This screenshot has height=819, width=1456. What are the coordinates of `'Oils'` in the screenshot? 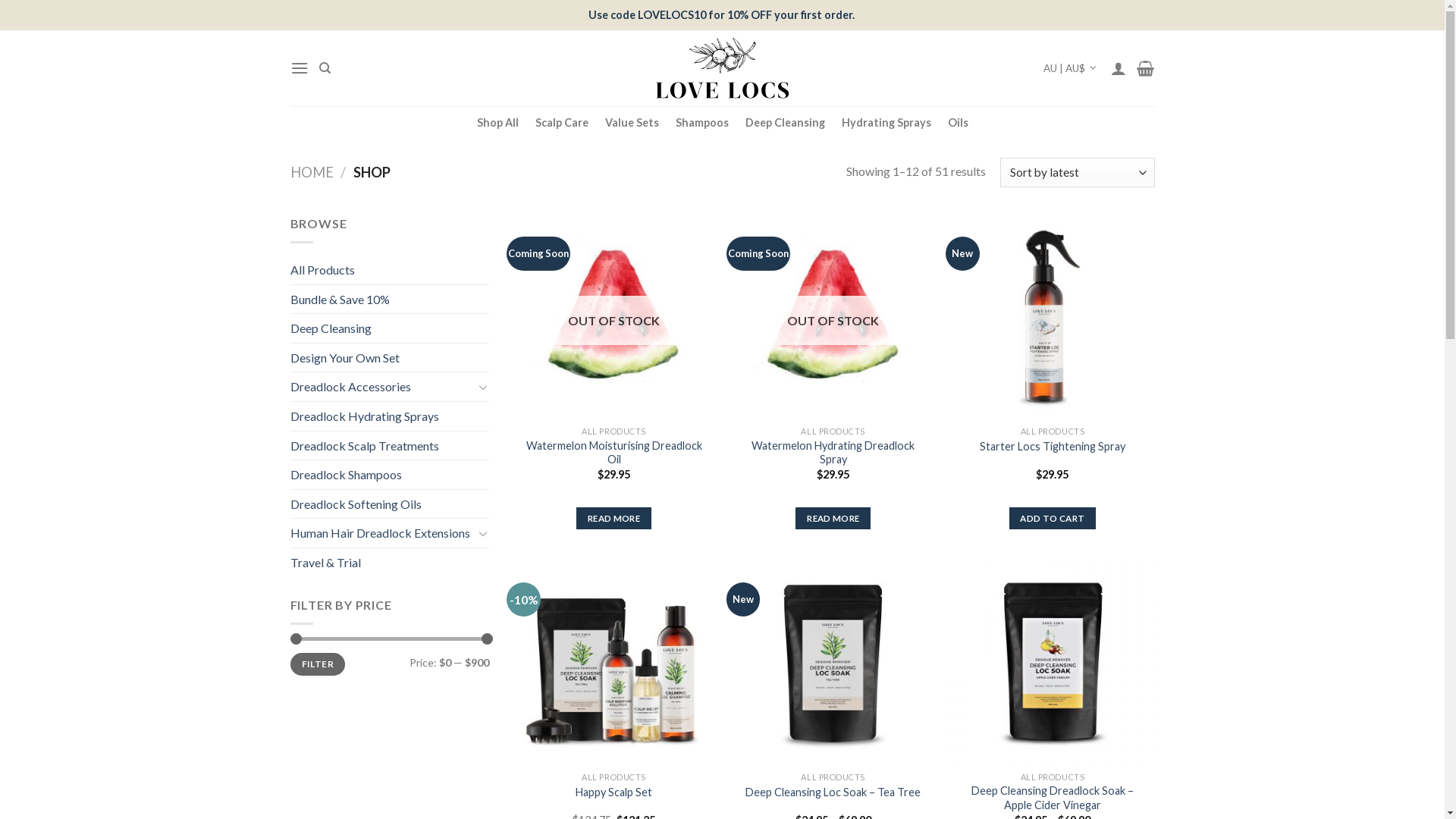 It's located at (957, 121).